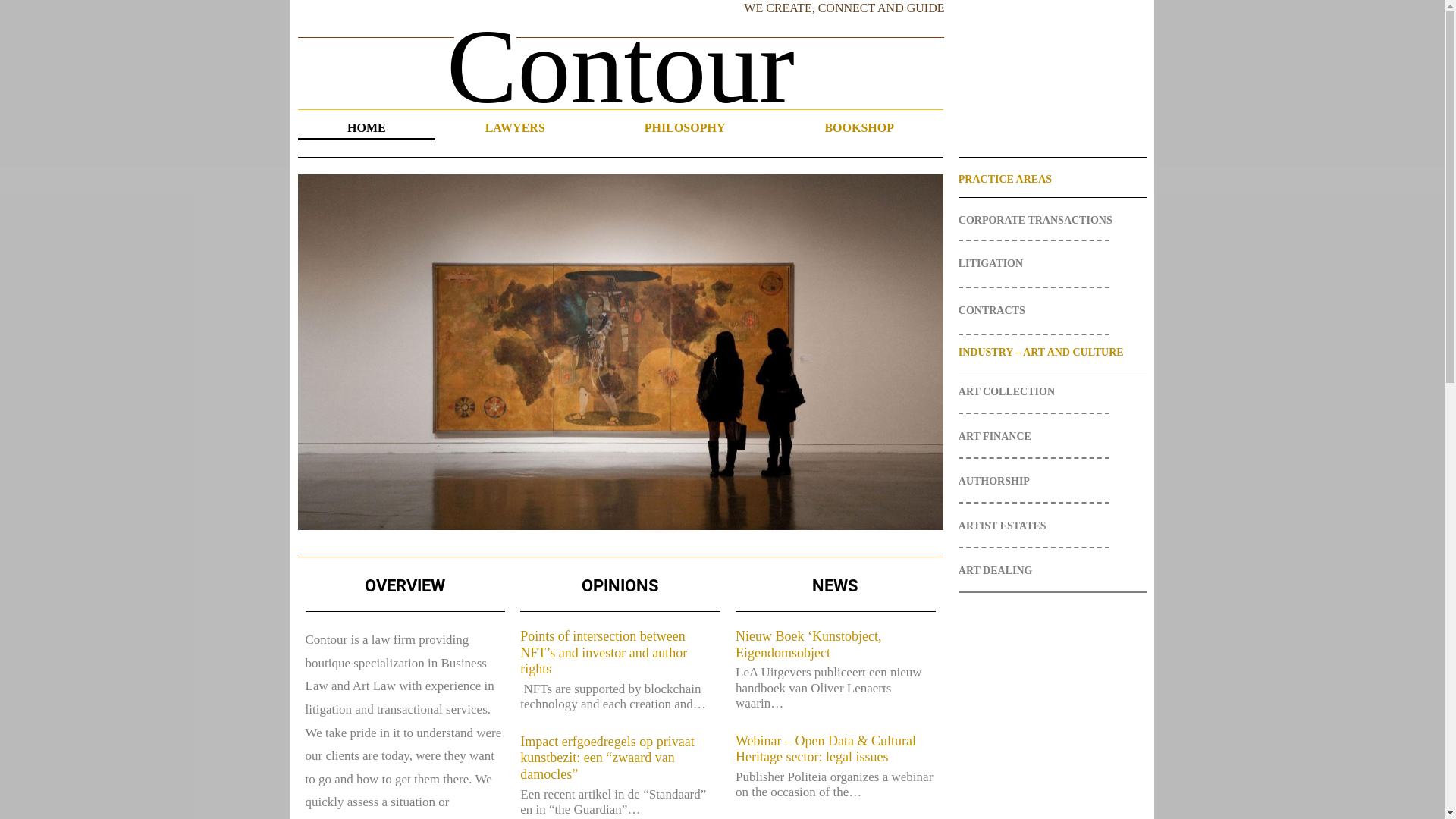 The image size is (1456, 819). I want to click on 'ARTIST ESTATES', so click(957, 526).